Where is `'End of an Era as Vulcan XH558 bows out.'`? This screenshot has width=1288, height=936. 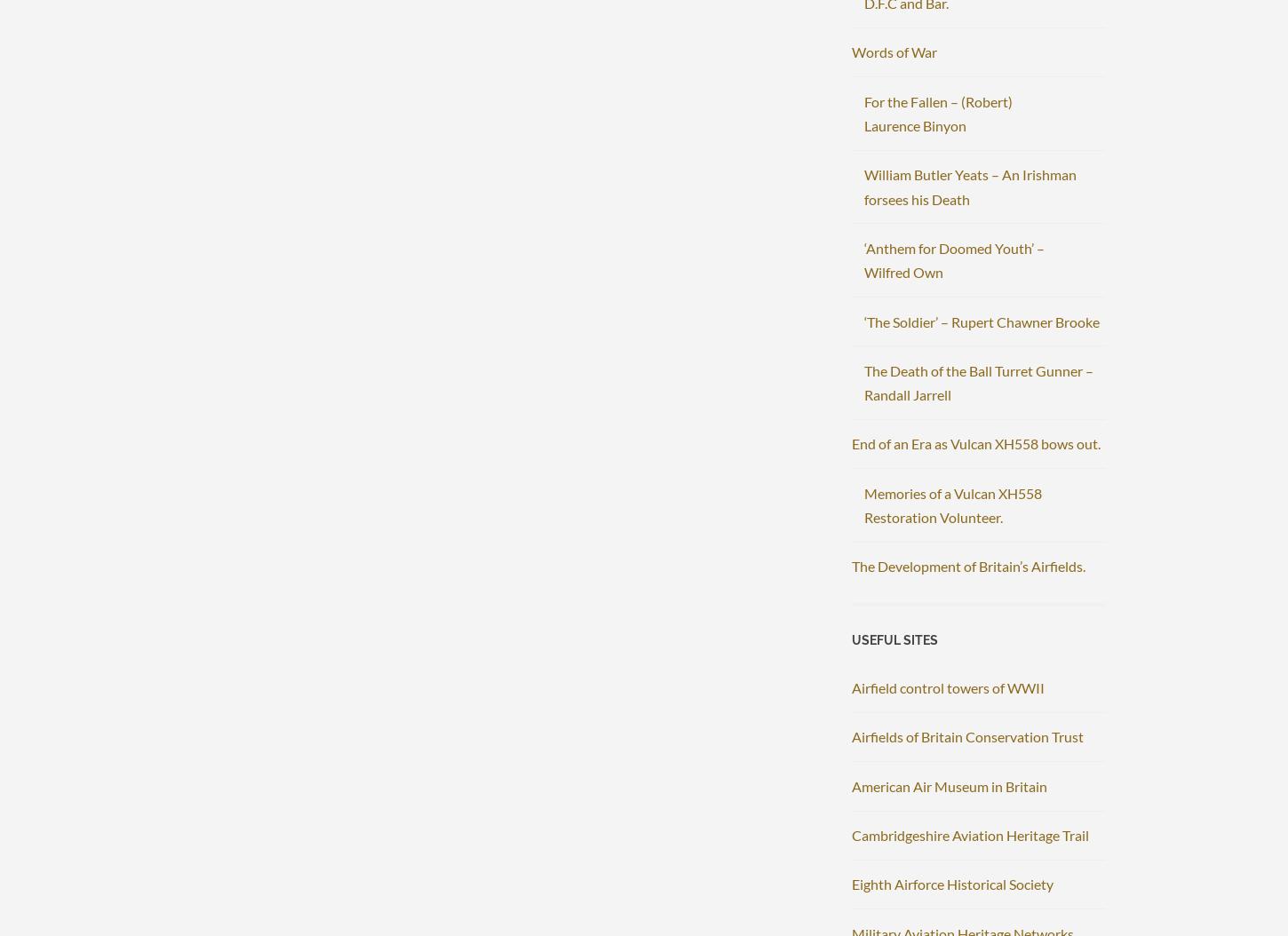 'End of an Era as Vulcan XH558 bows out.' is located at coordinates (974, 442).